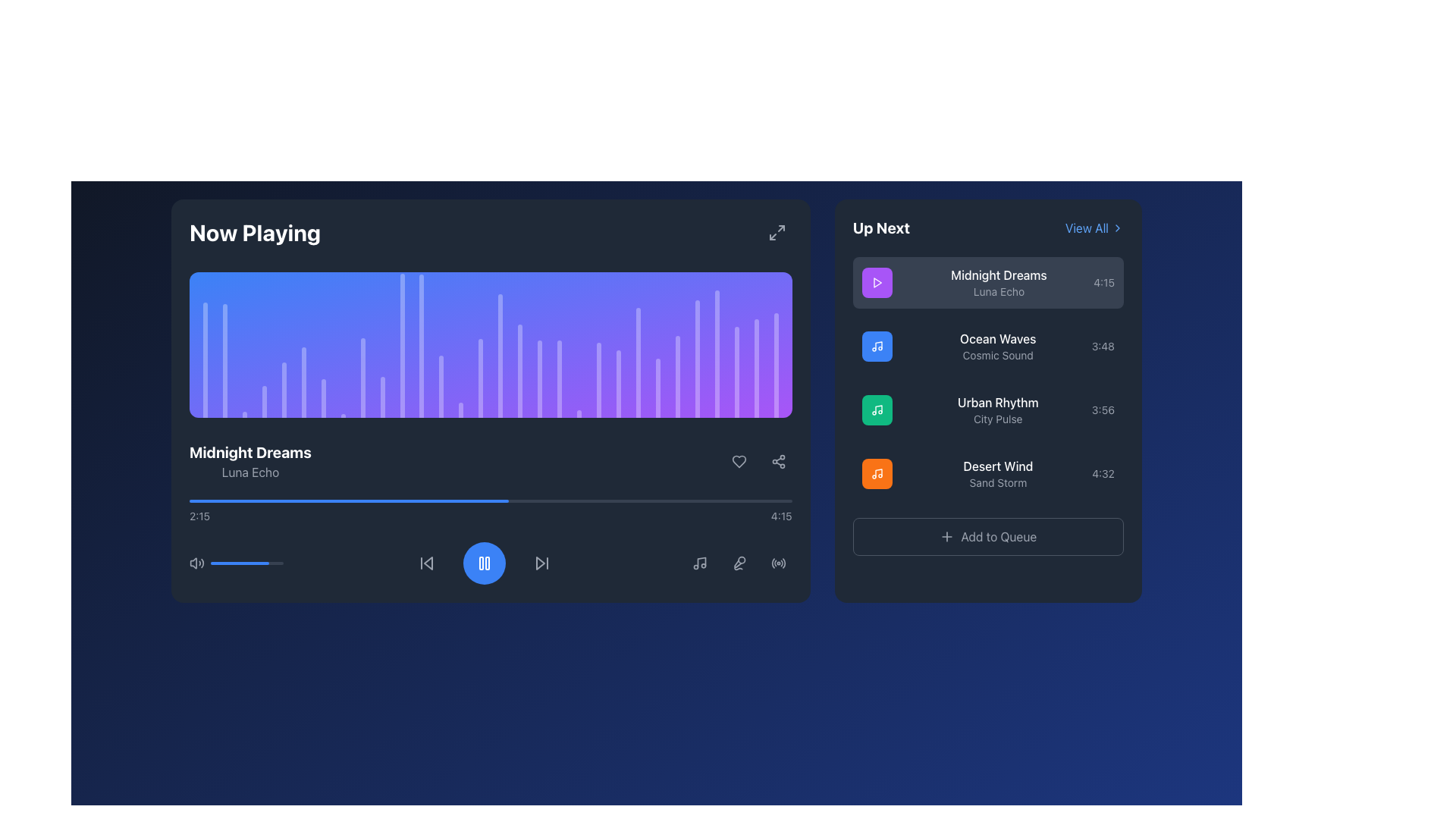 This screenshot has height=819, width=1456. What do you see at coordinates (422, 346) in the screenshot?
I see `the twelfth vertical bar with a rounded top, styled with a light-colored gradient, located within the waveform visualization` at bounding box center [422, 346].